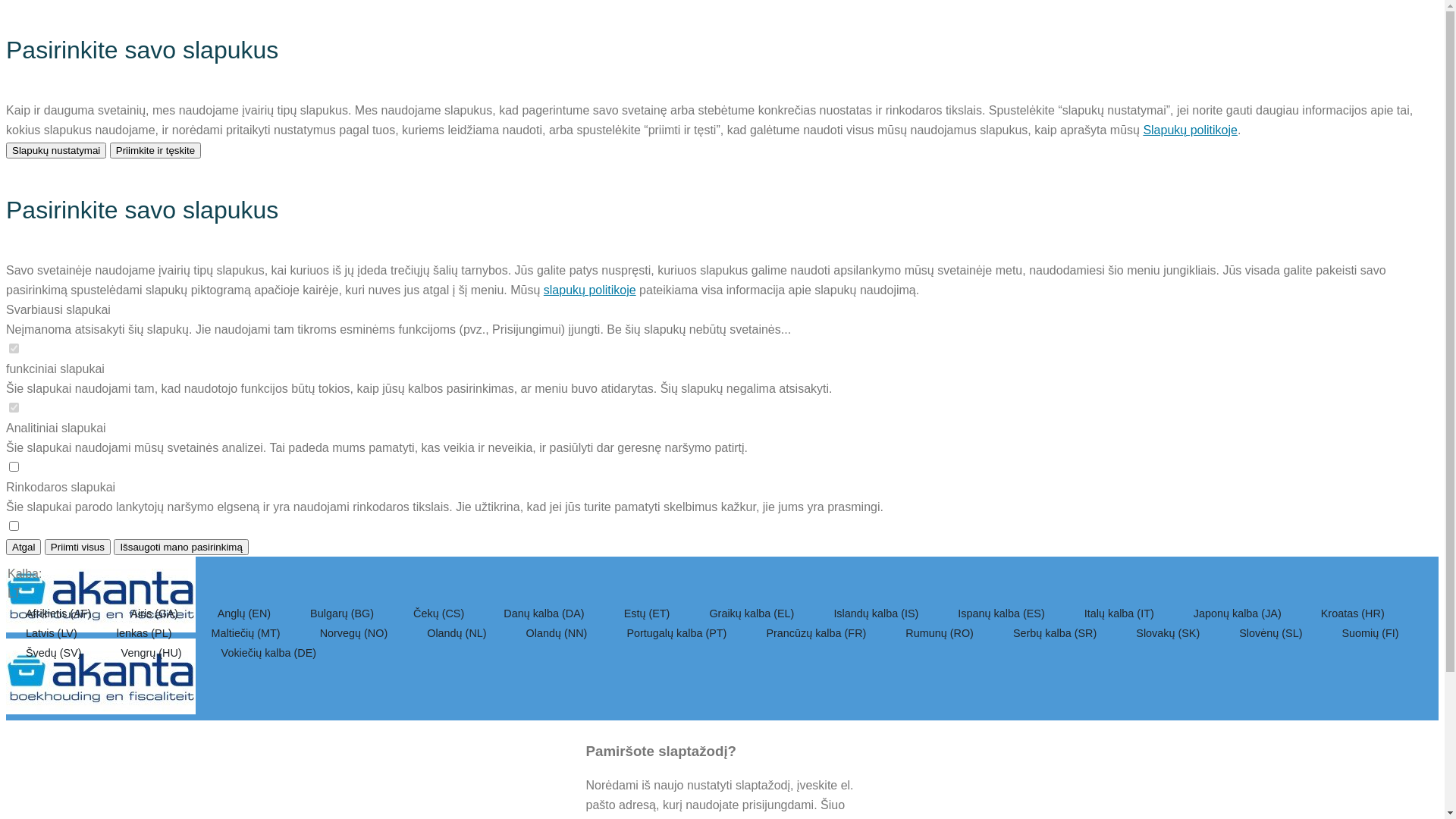 The image size is (1456, 819). What do you see at coordinates (1353, 613) in the screenshot?
I see `'Kroatas (HR)'` at bounding box center [1353, 613].